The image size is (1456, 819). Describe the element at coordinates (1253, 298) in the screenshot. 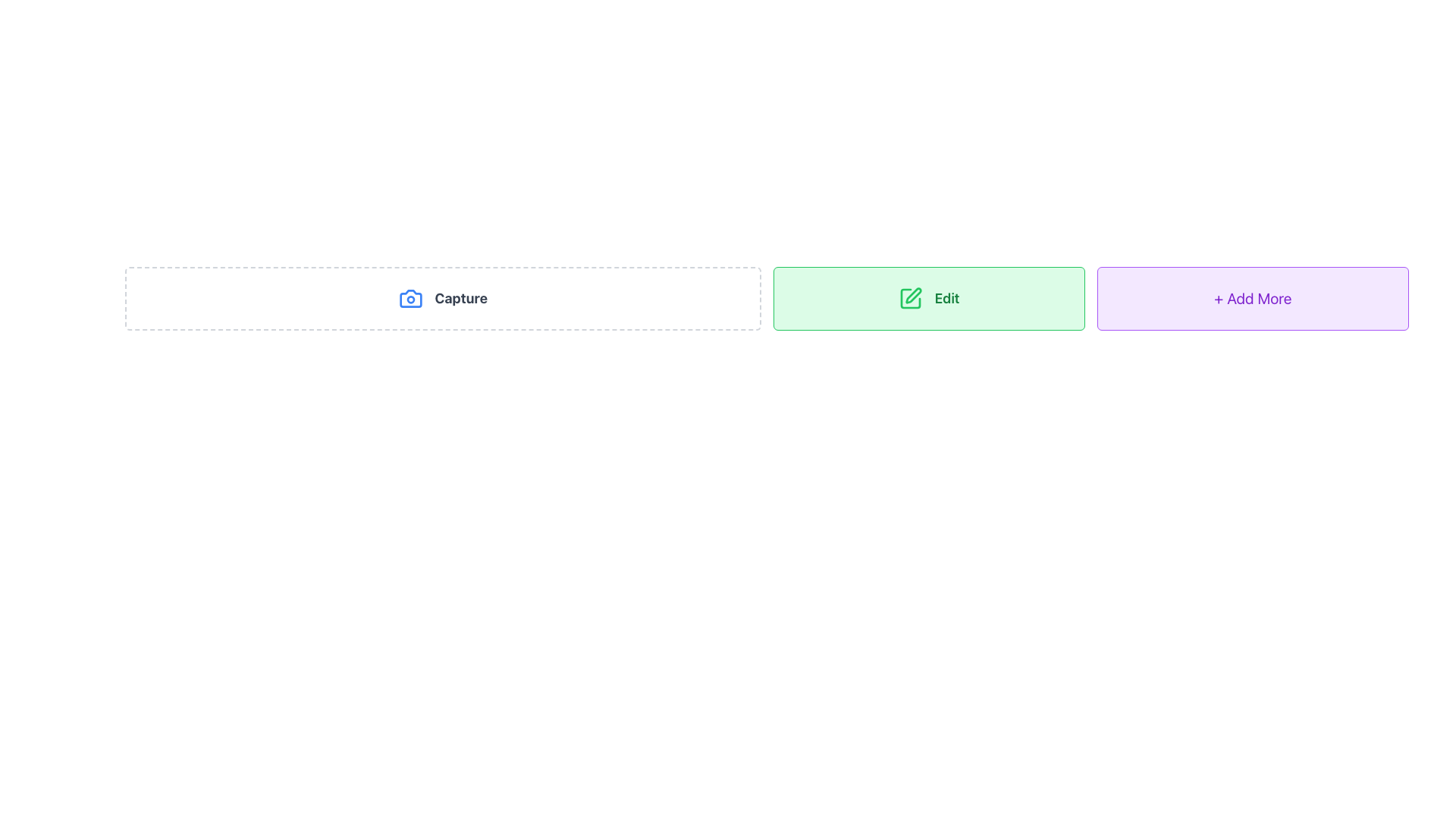

I see `text from the Text Label located on the right side of the interface, which is within a rectangular button-like structure and has a light purple background` at that location.